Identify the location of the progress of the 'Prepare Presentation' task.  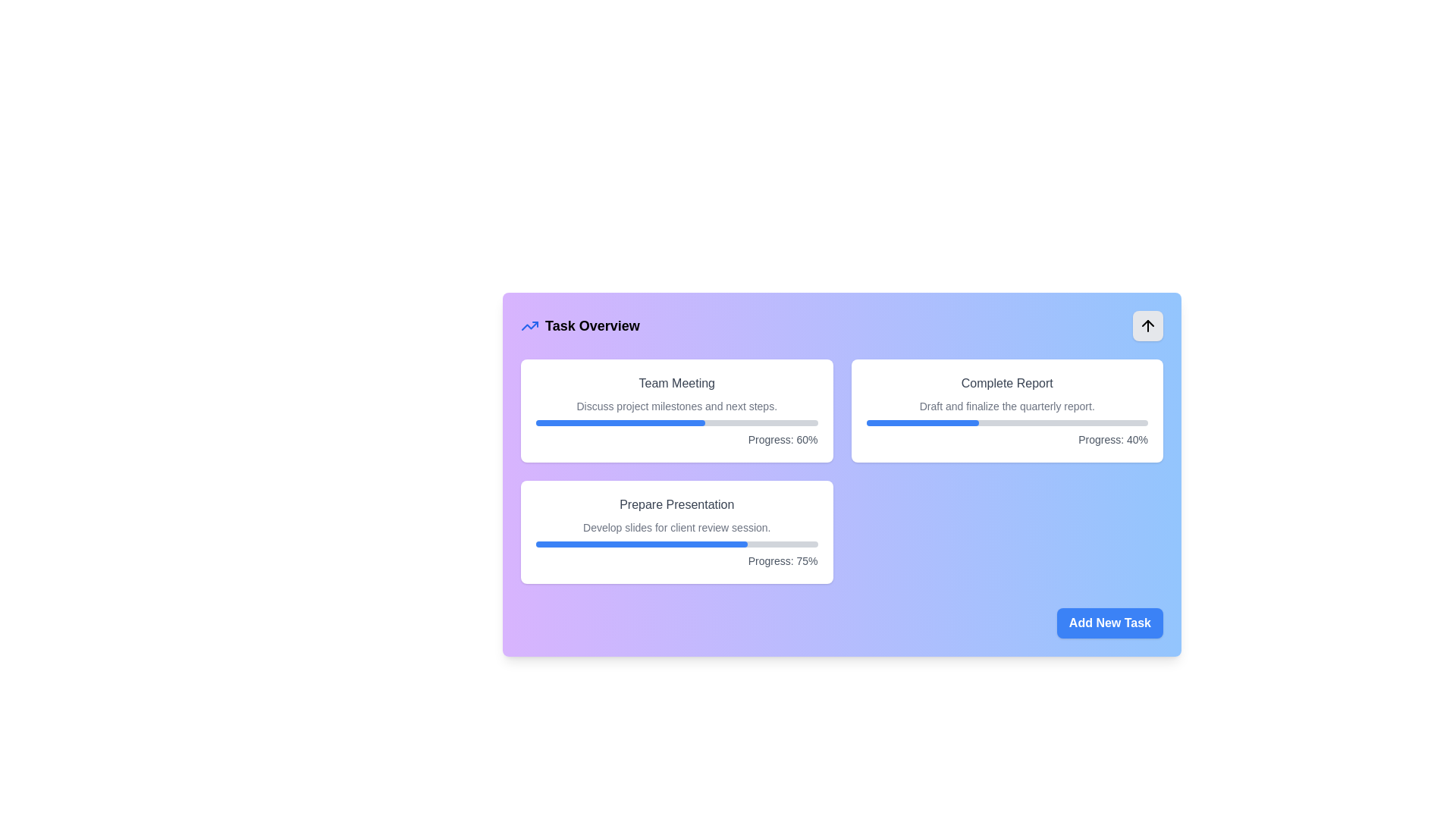
(585, 543).